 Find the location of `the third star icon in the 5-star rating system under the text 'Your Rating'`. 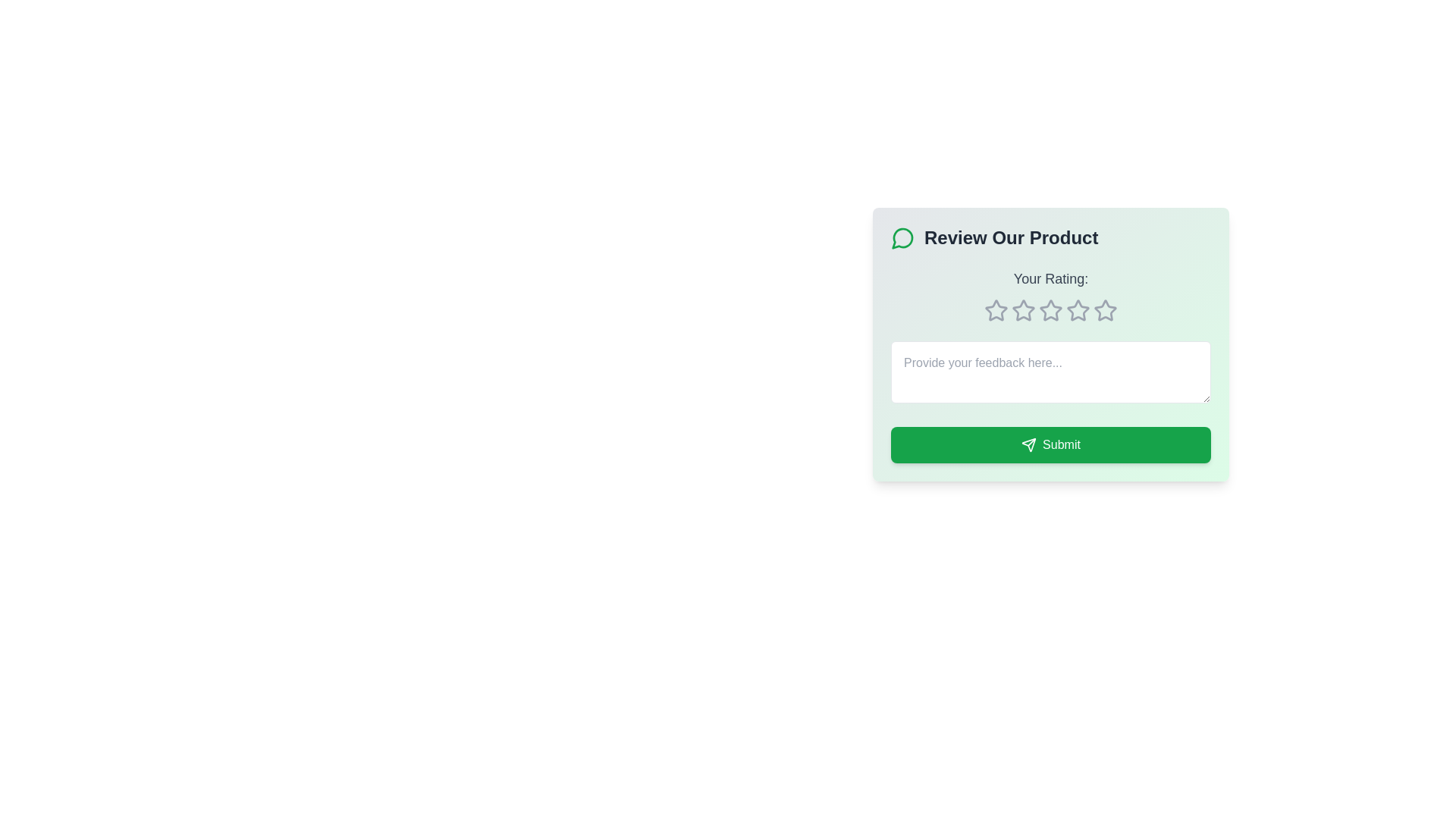

the third star icon in the 5-star rating system under the text 'Your Rating' is located at coordinates (1077, 309).